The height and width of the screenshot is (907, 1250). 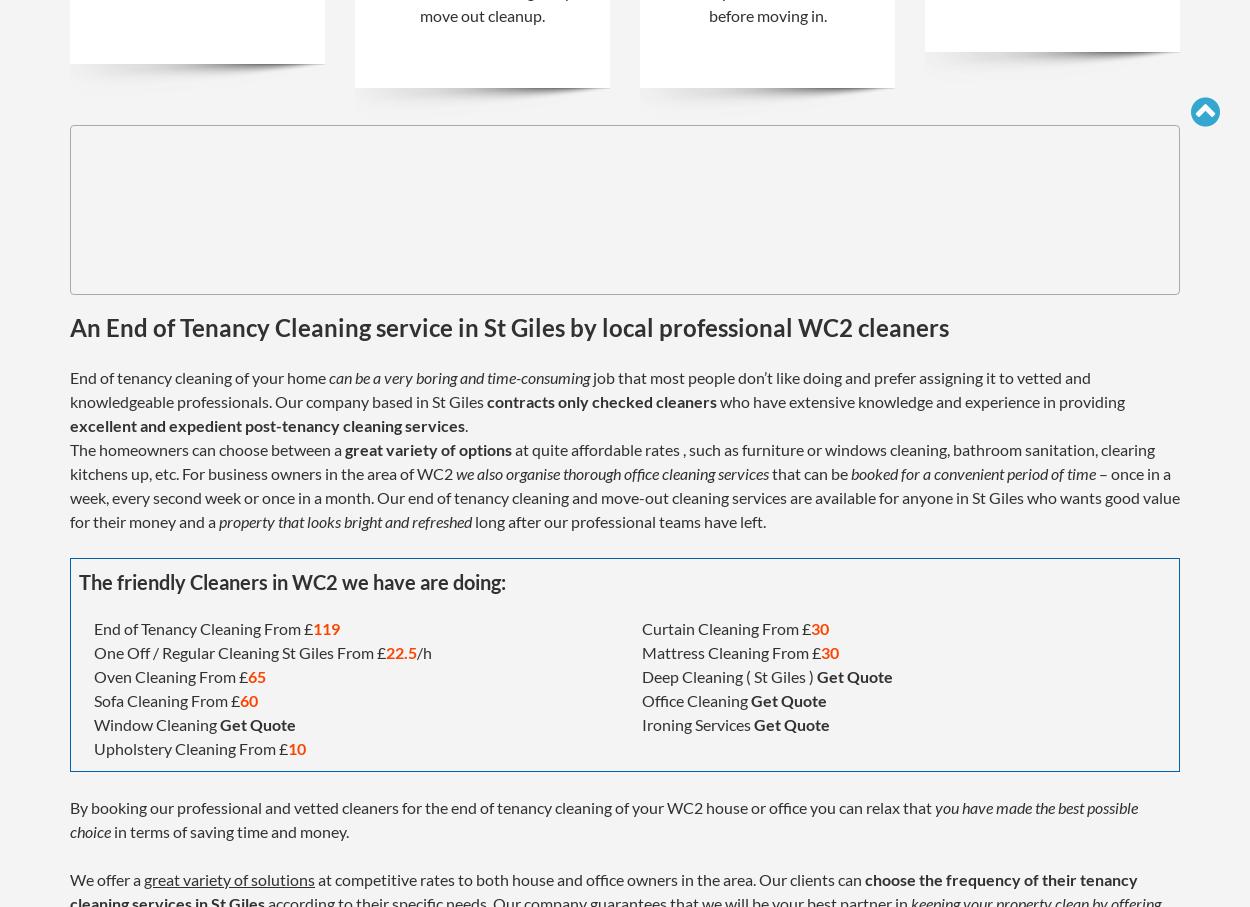 What do you see at coordinates (206, 447) in the screenshot?
I see `'The homeowners can choose between a'` at bounding box center [206, 447].